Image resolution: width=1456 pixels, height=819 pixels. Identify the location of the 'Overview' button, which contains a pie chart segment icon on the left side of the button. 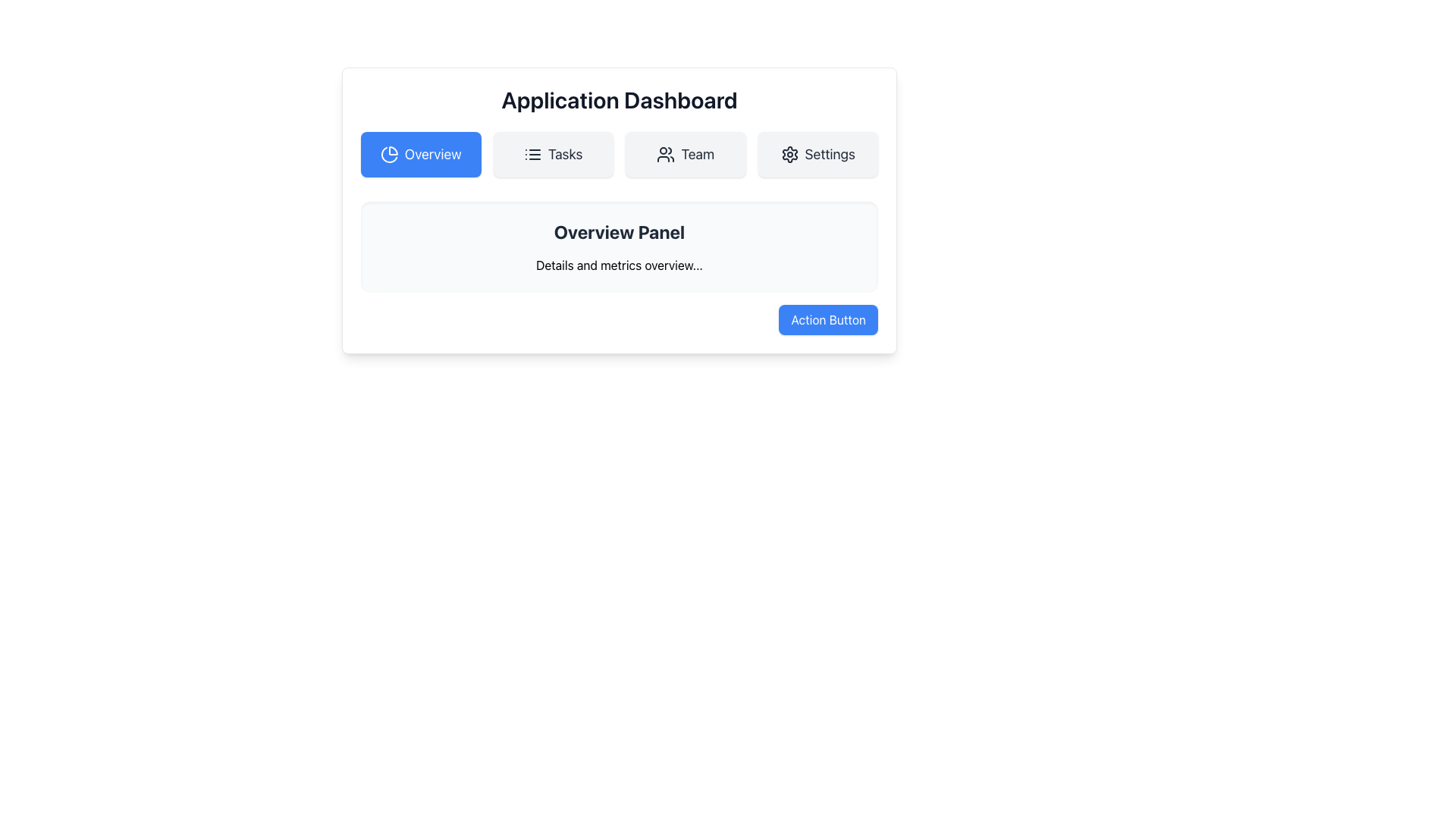
(393, 151).